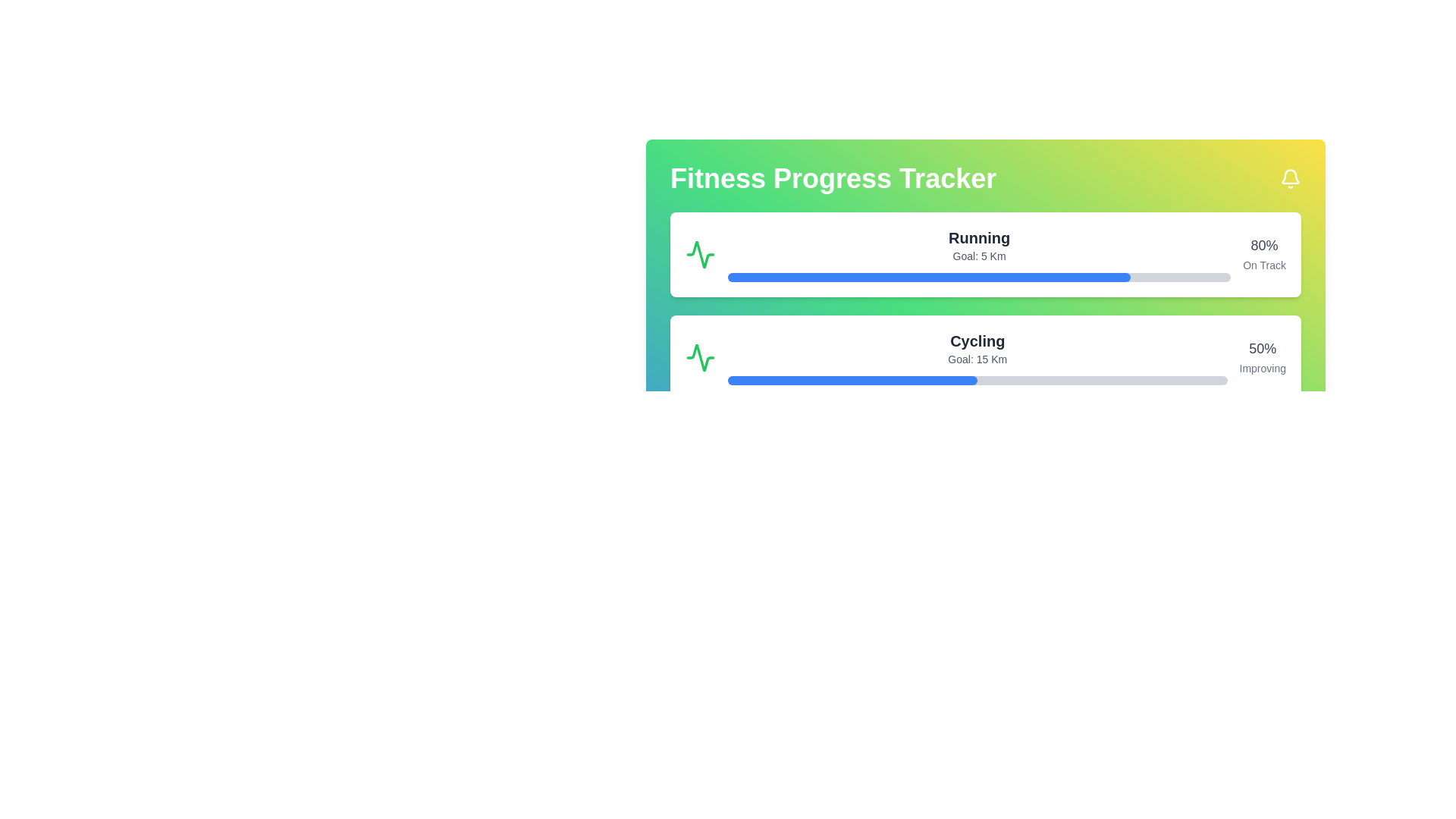 Image resolution: width=1456 pixels, height=819 pixels. What do you see at coordinates (1290, 177) in the screenshot?
I see `the white SVG bell icon located in the top-right corner of the header, adjacent to the 'Fitness Progress Tracker' title` at bounding box center [1290, 177].